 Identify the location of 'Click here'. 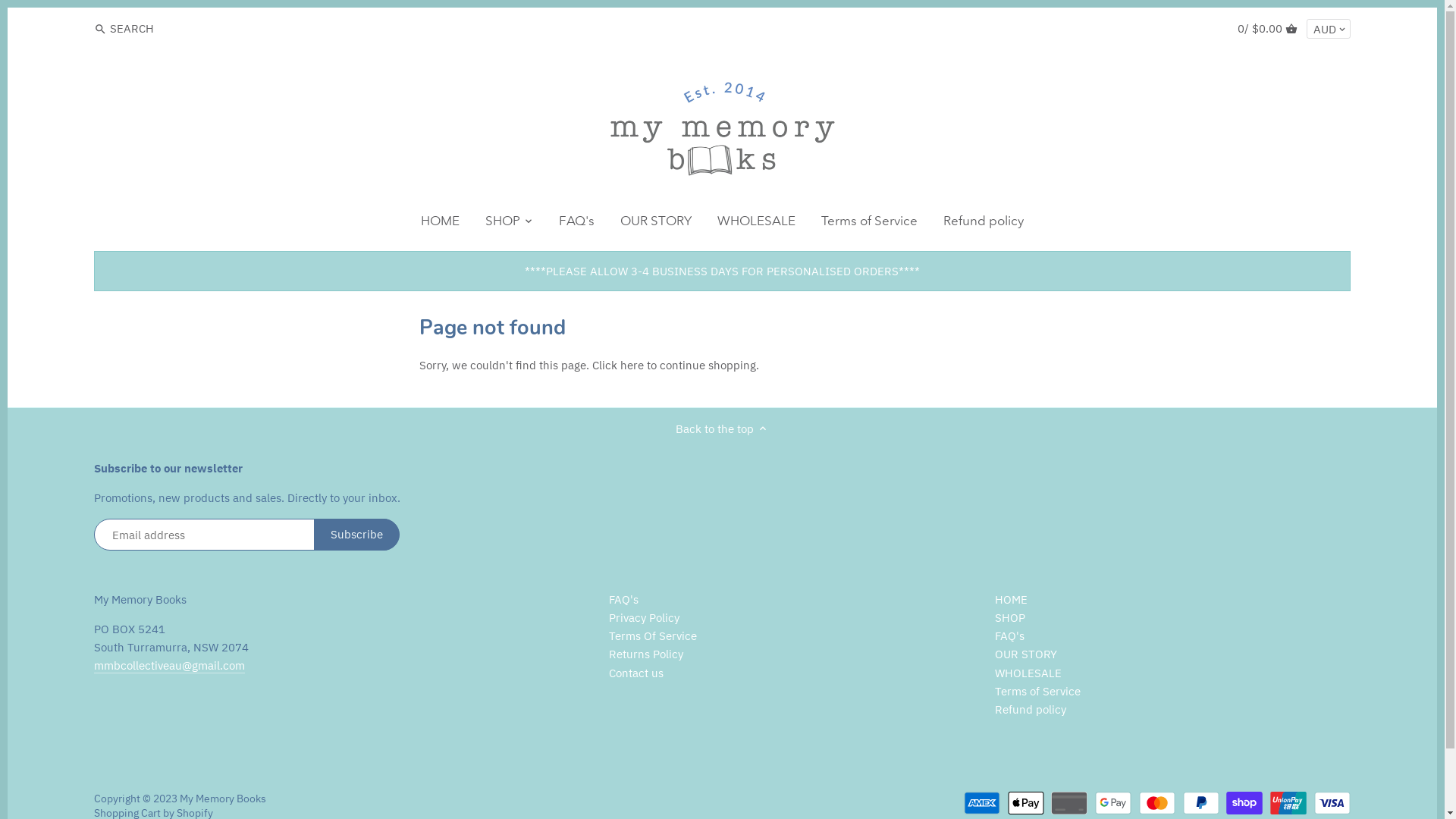
(617, 365).